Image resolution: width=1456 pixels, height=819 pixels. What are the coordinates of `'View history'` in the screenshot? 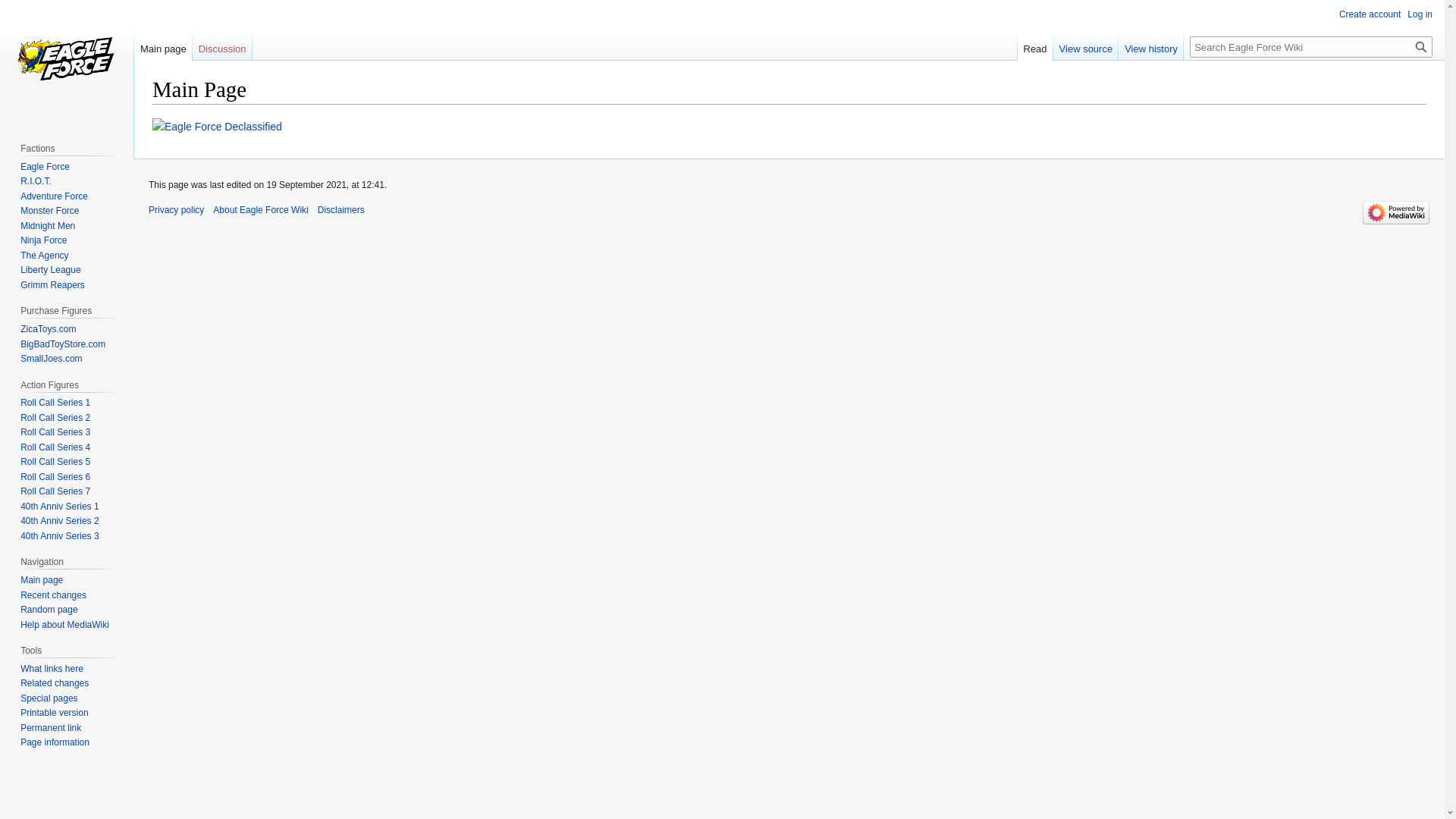 It's located at (1150, 45).